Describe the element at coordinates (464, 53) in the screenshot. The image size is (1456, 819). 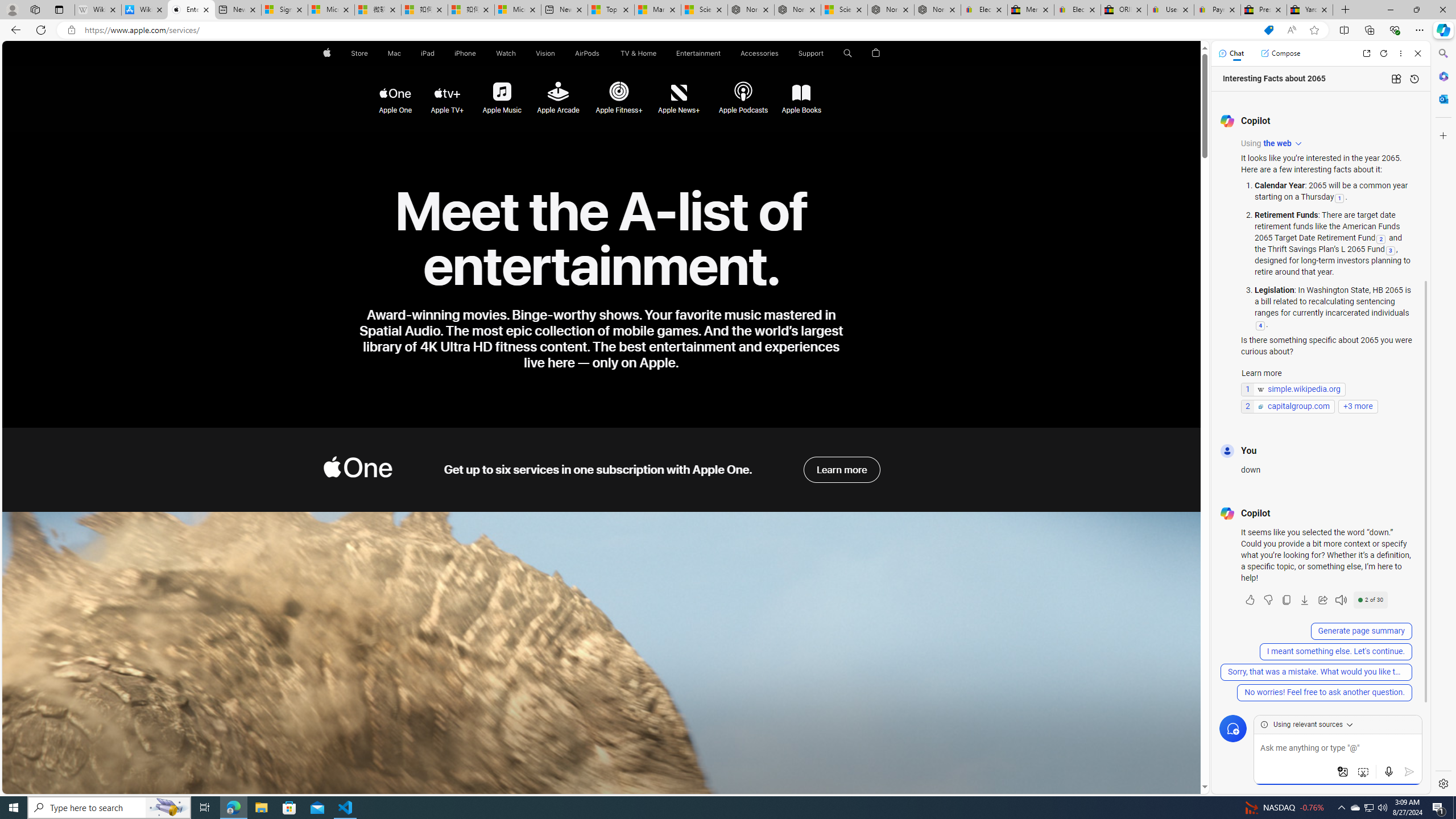
I see `'iPhone'` at that location.